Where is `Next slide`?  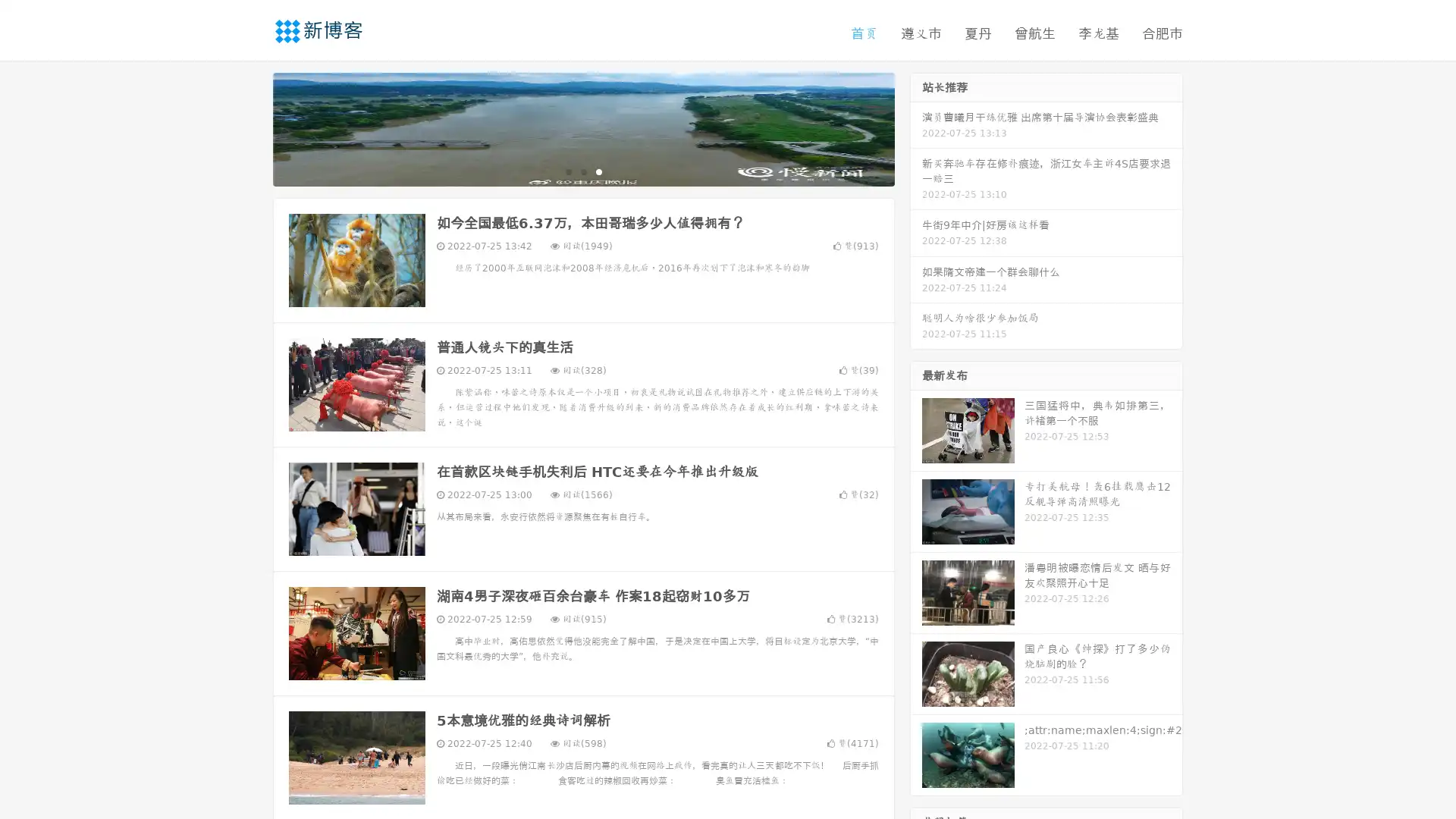 Next slide is located at coordinates (916, 127).